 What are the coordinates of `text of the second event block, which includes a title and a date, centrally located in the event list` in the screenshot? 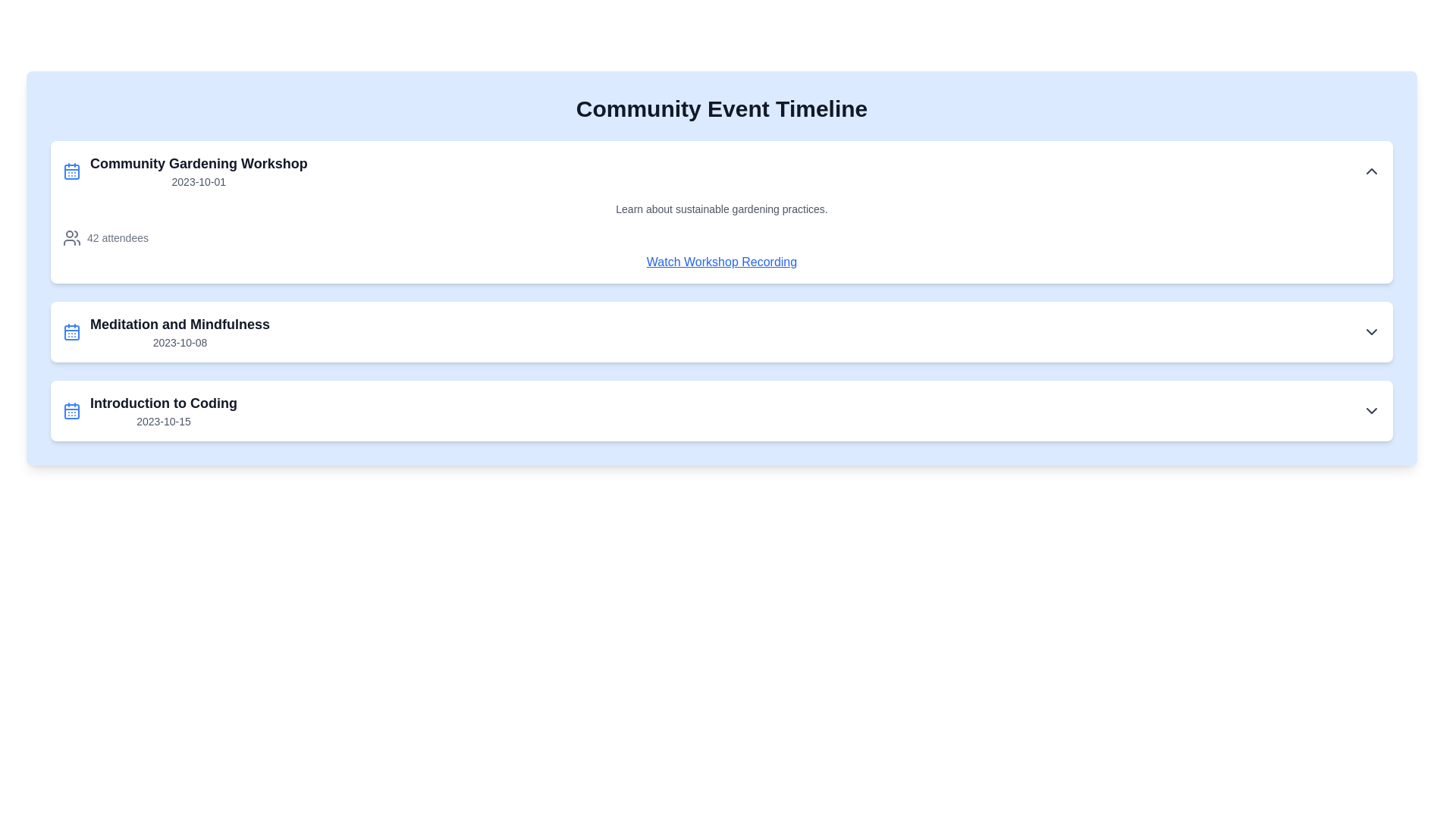 It's located at (180, 331).